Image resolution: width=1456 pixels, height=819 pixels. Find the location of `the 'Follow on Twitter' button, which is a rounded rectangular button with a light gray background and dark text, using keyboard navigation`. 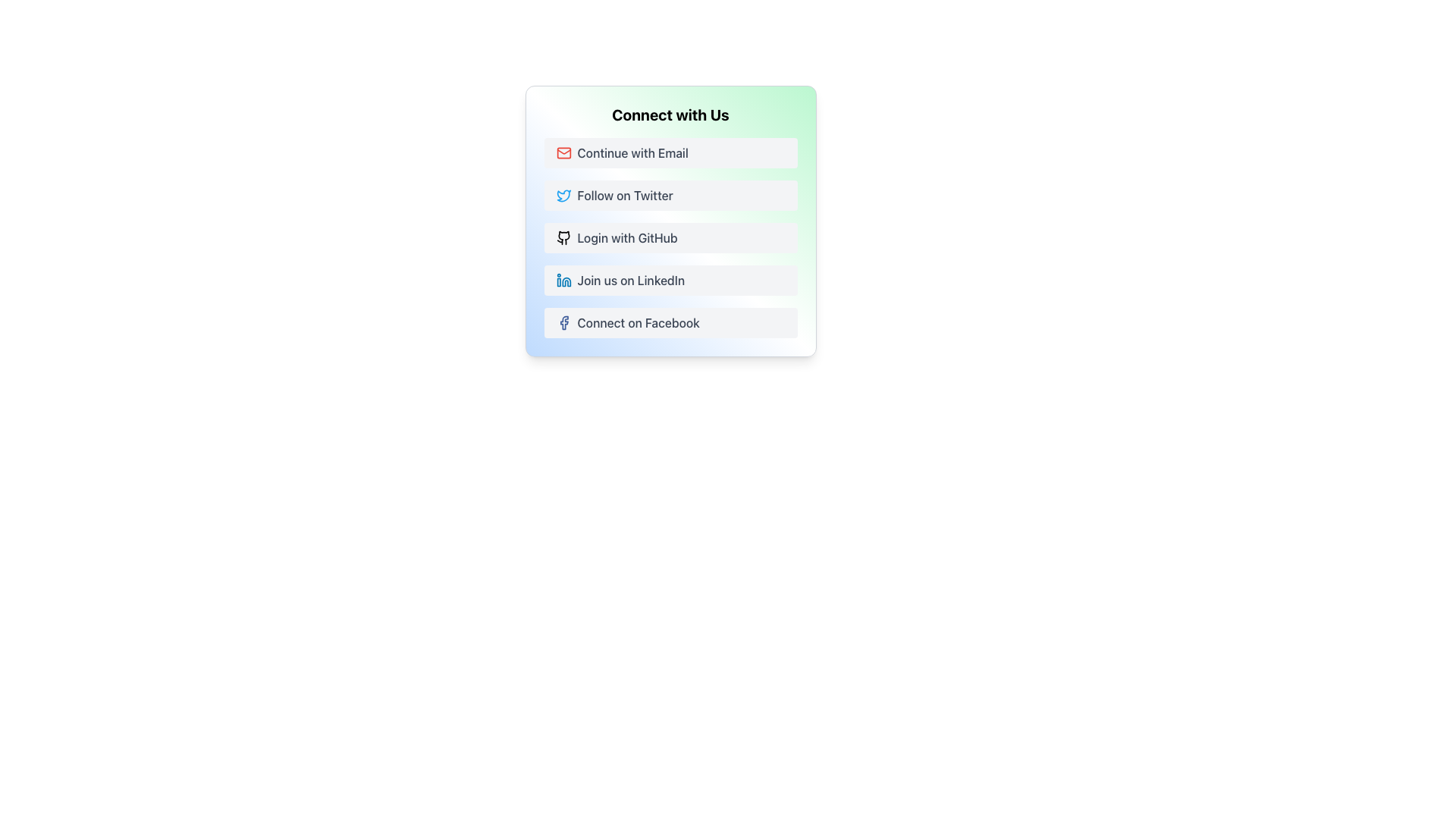

the 'Follow on Twitter' button, which is a rounded rectangular button with a light gray background and dark text, using keyboard navigation is located at coordinates (670, 195).